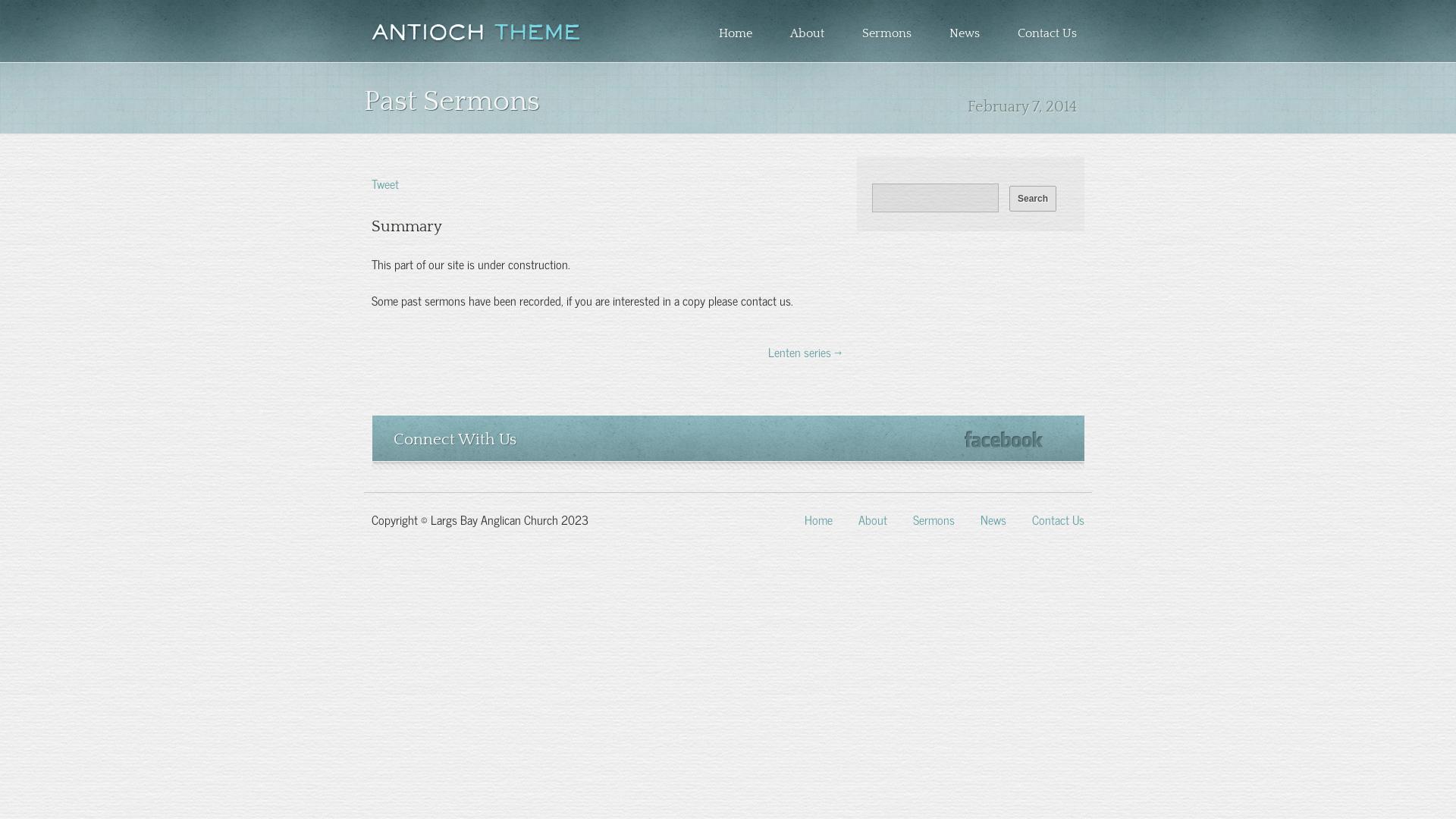 Image resolution: width=1456 pixels, height=819 pixels. What do you see at coordinates (806, 33) in the screenshot?
I see `'About'` at bounding box center [806, 33].